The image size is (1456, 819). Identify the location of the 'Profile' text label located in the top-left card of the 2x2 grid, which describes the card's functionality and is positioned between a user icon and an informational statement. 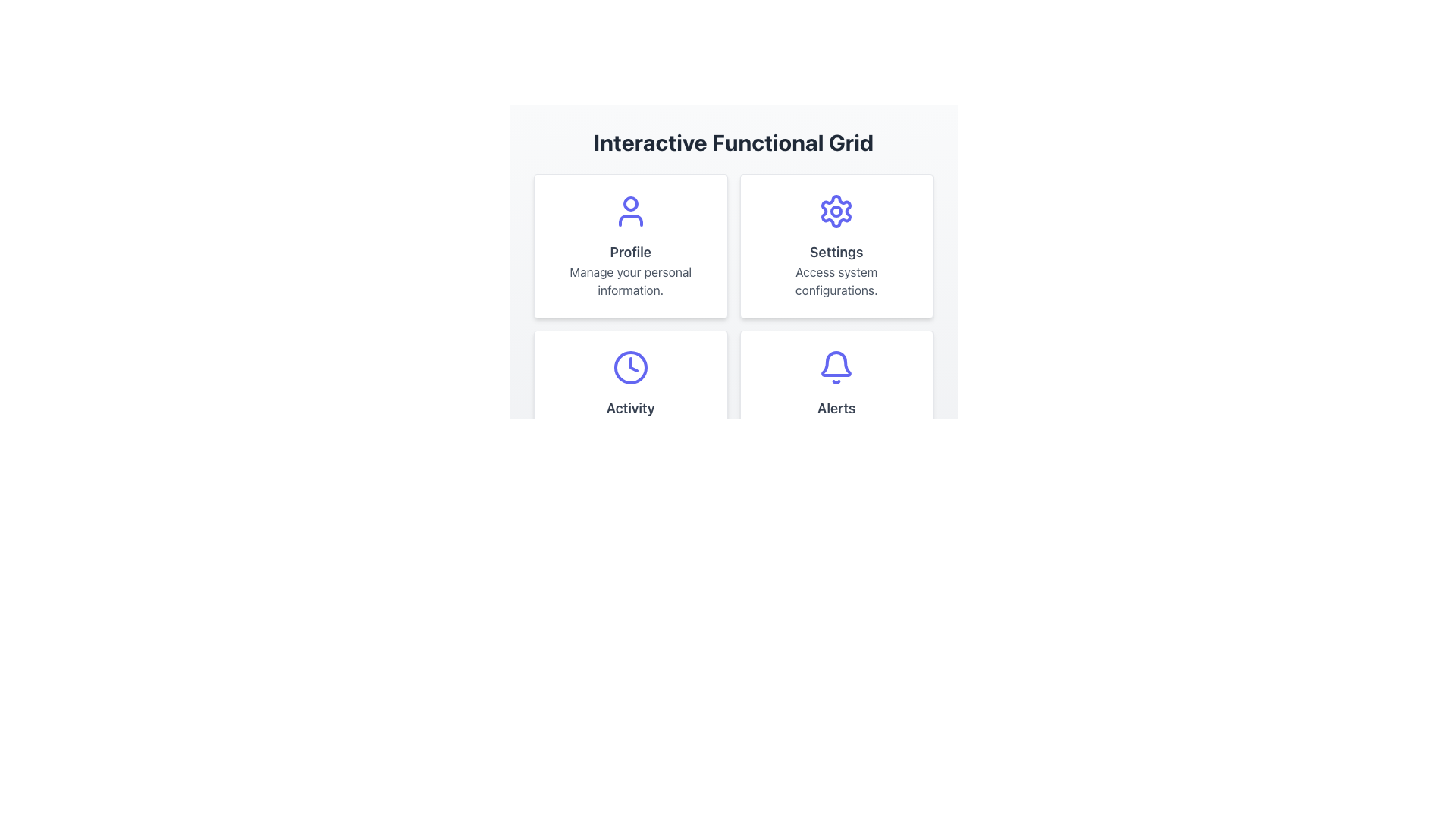
(630, 251).